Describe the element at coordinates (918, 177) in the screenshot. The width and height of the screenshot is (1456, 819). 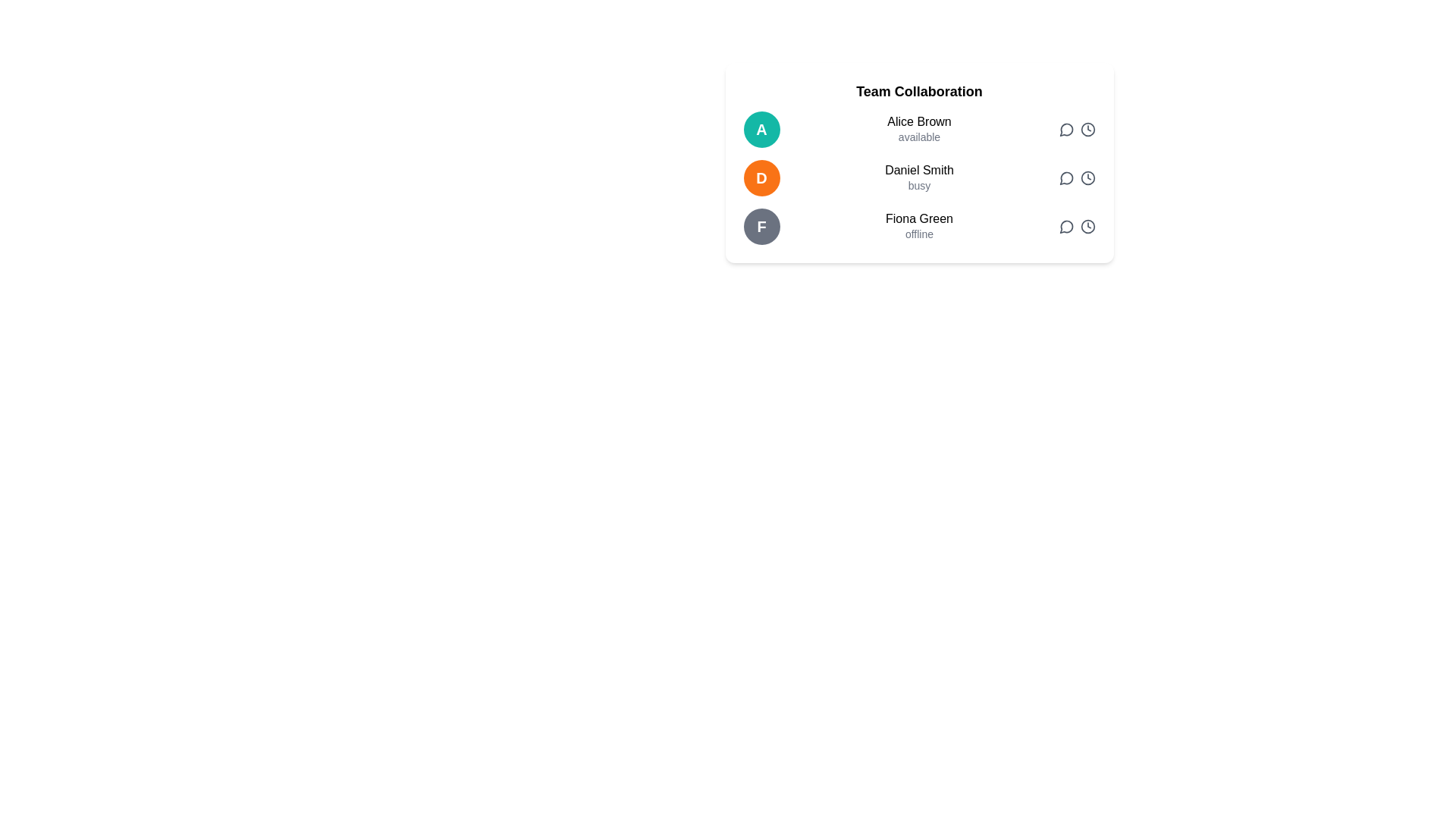
I see `the second entry in the team member list under 'Team Collaboration'` at that location.